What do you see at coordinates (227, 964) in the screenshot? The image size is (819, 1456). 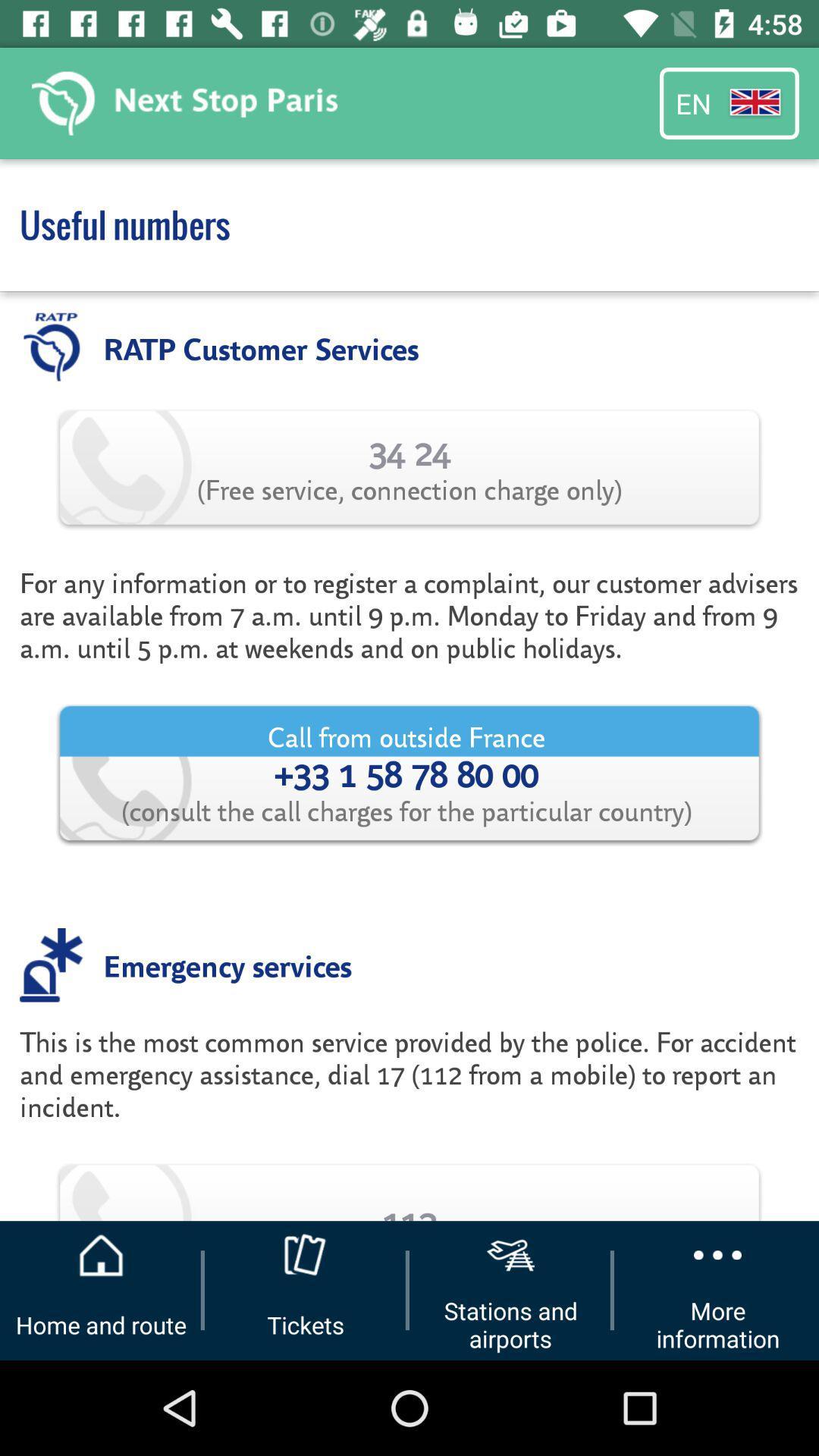 I see `the emergency services` at bounding box center [227, 964].